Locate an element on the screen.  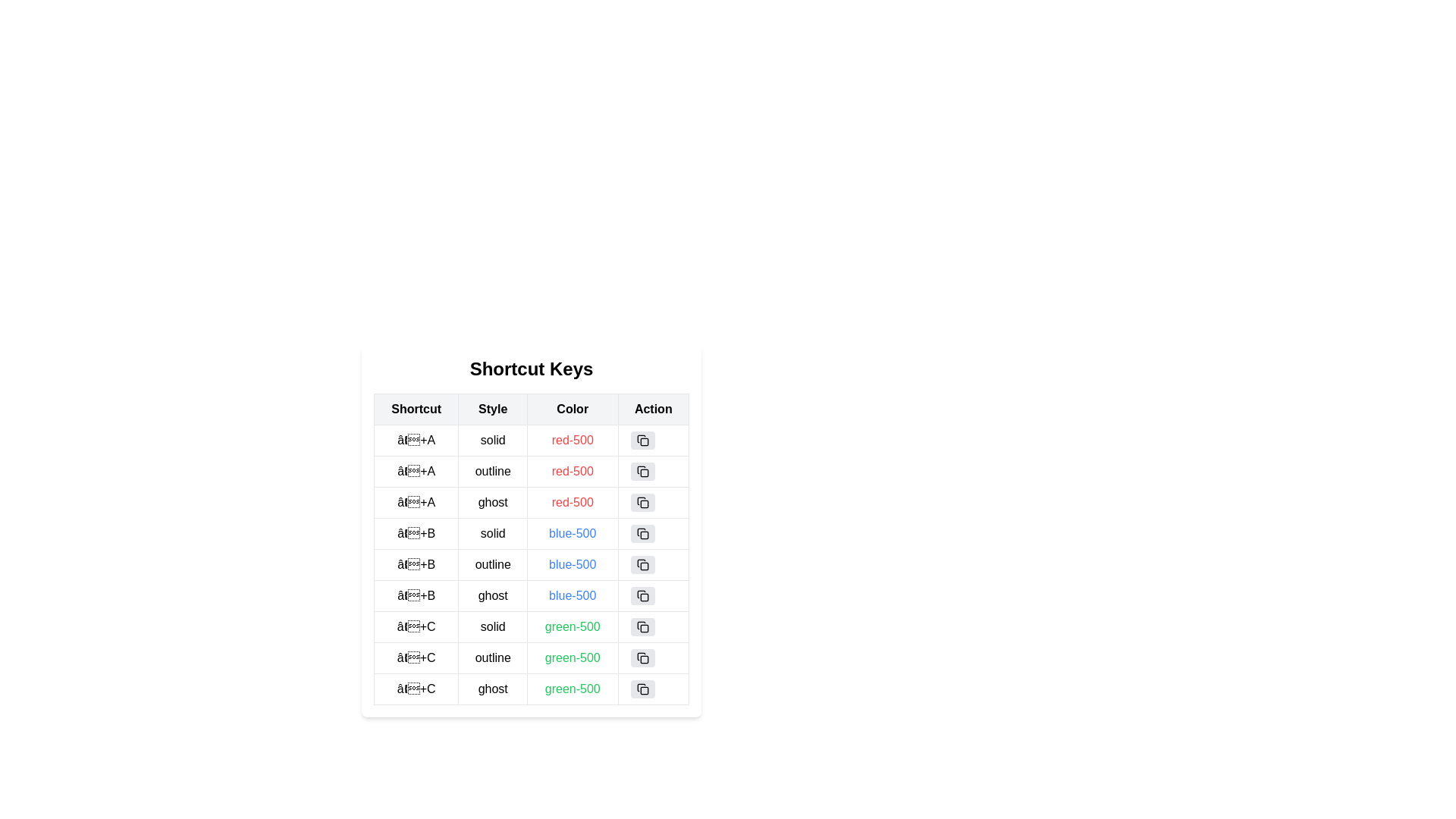
the Text label displaying the shortcut key combination '⌘+A' in the third row of the 'Shortcut' column, styled with 'ghost' style and 'red-500' color is located at coordinates (416, 503).